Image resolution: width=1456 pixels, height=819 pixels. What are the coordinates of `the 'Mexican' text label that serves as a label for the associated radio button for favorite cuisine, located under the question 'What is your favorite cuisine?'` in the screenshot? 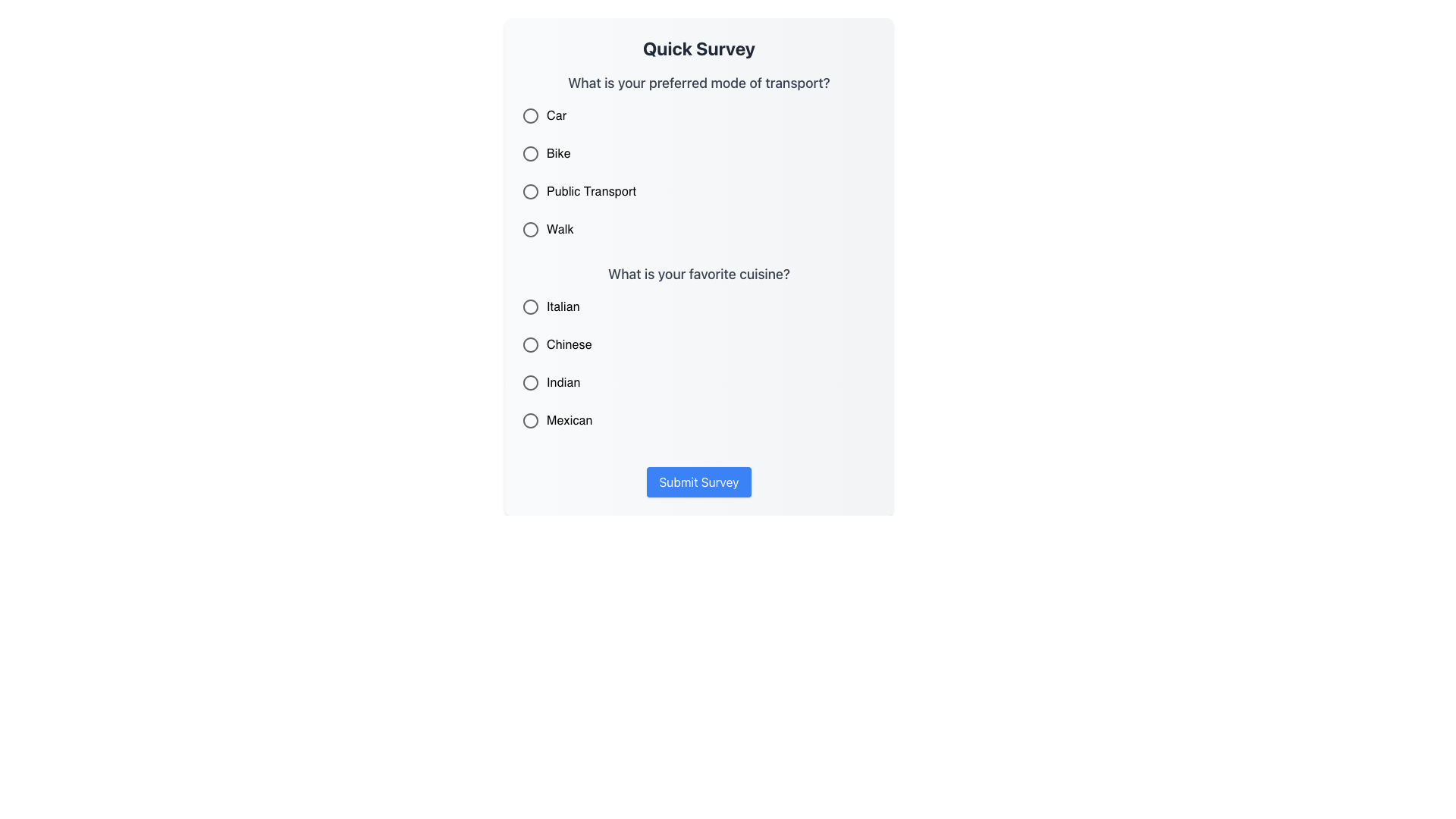 It's located at (569, 421).